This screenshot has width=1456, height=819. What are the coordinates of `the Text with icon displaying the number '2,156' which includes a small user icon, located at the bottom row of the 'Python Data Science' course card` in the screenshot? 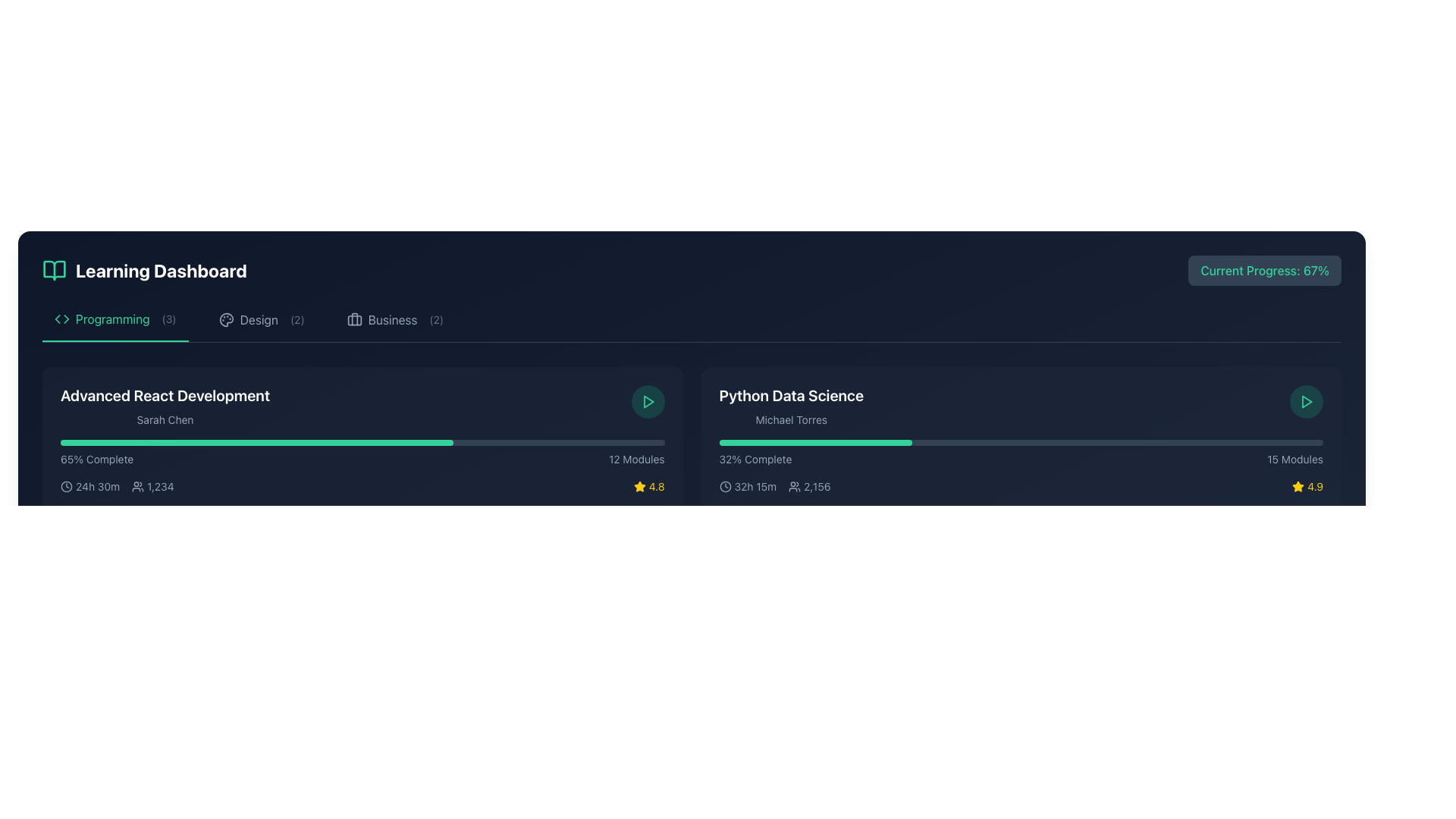 It's located at (808, 486).